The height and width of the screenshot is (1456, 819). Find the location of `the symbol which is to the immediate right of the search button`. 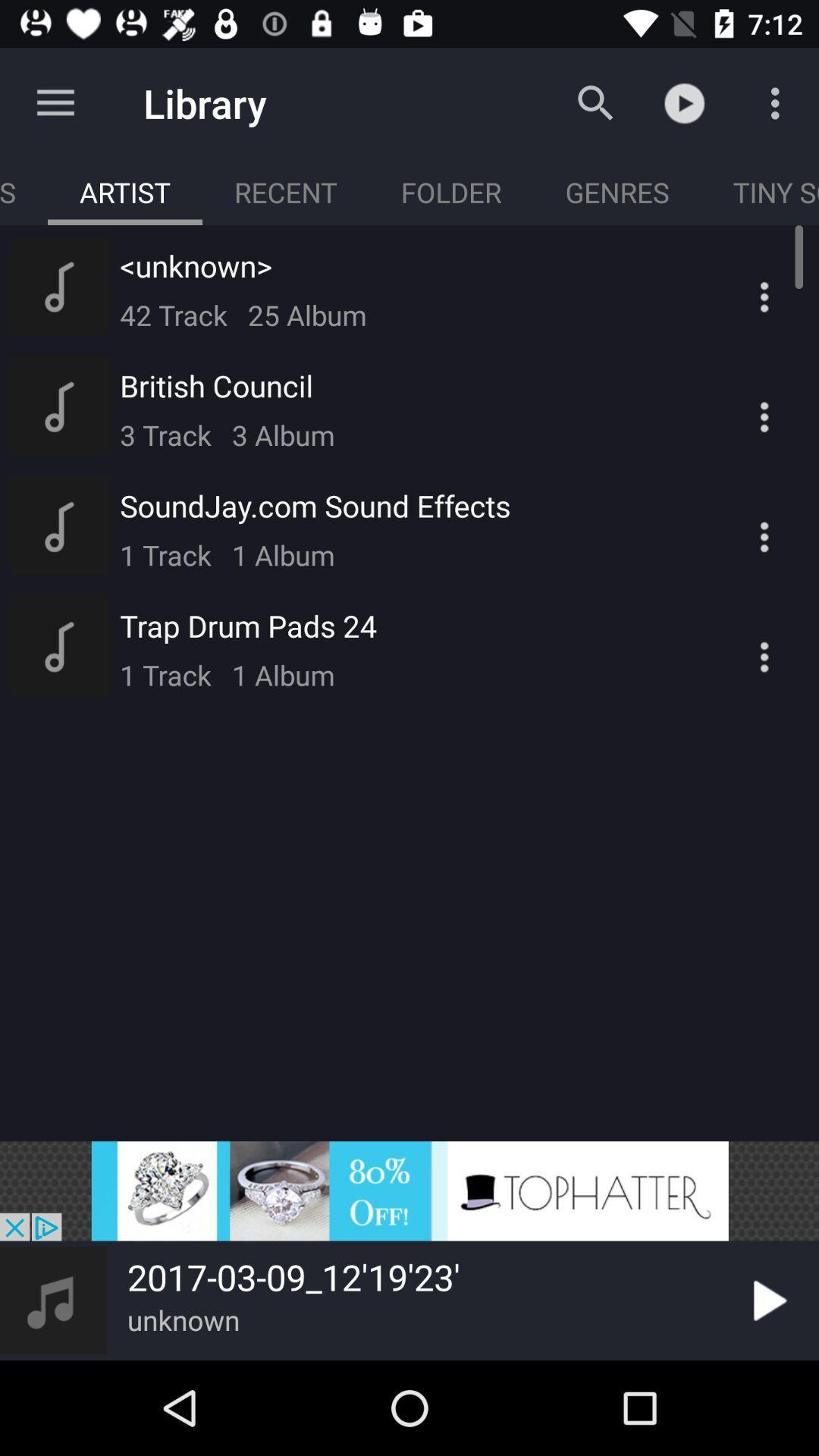

the symbol which is to the immediate right of the search button is located at coordinates (691, 103).